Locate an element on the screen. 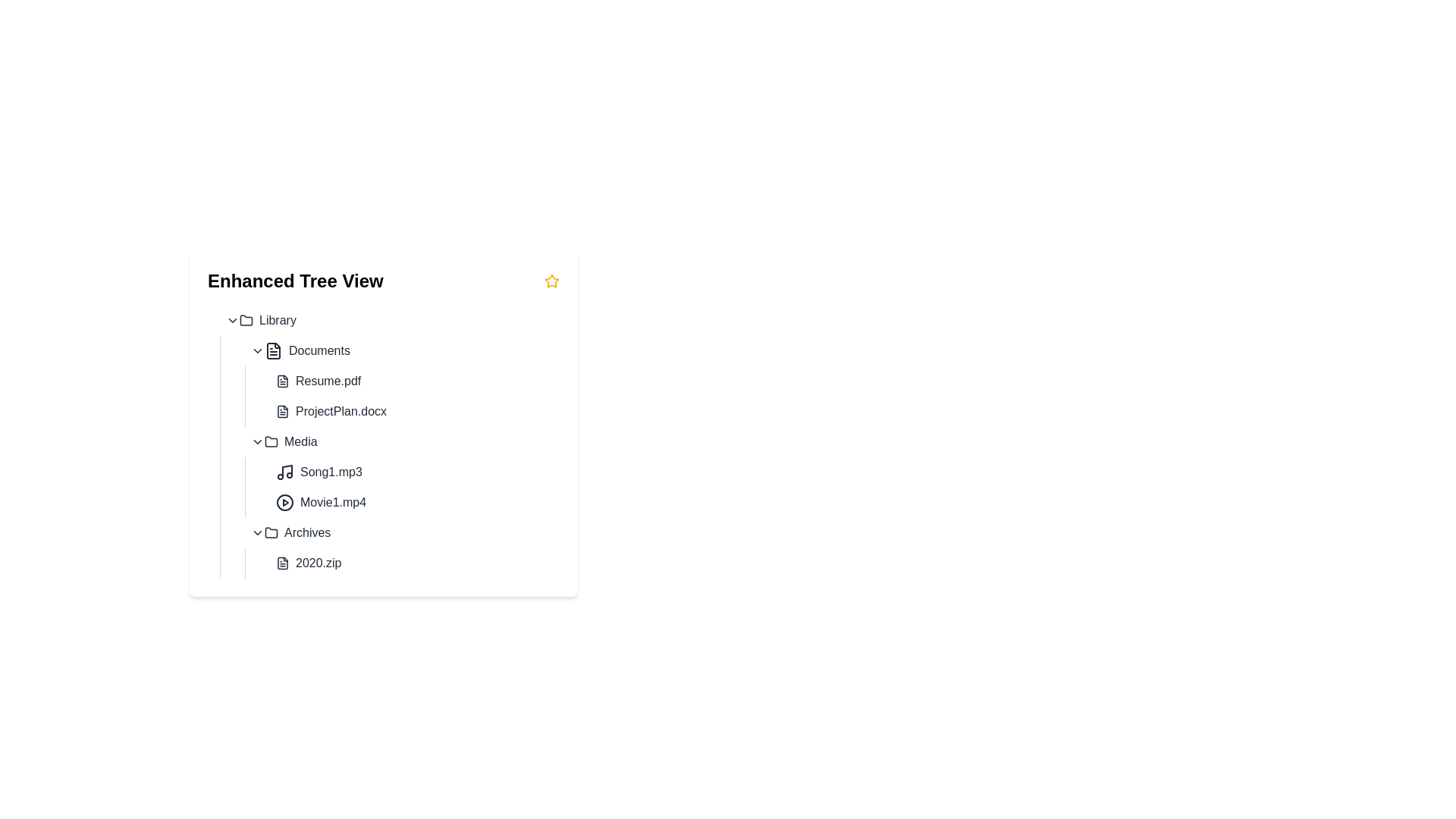  the decorative SVG-based folder icon that indicates the 'Archives' section in the tree structure is located at coordinates (271, 532).